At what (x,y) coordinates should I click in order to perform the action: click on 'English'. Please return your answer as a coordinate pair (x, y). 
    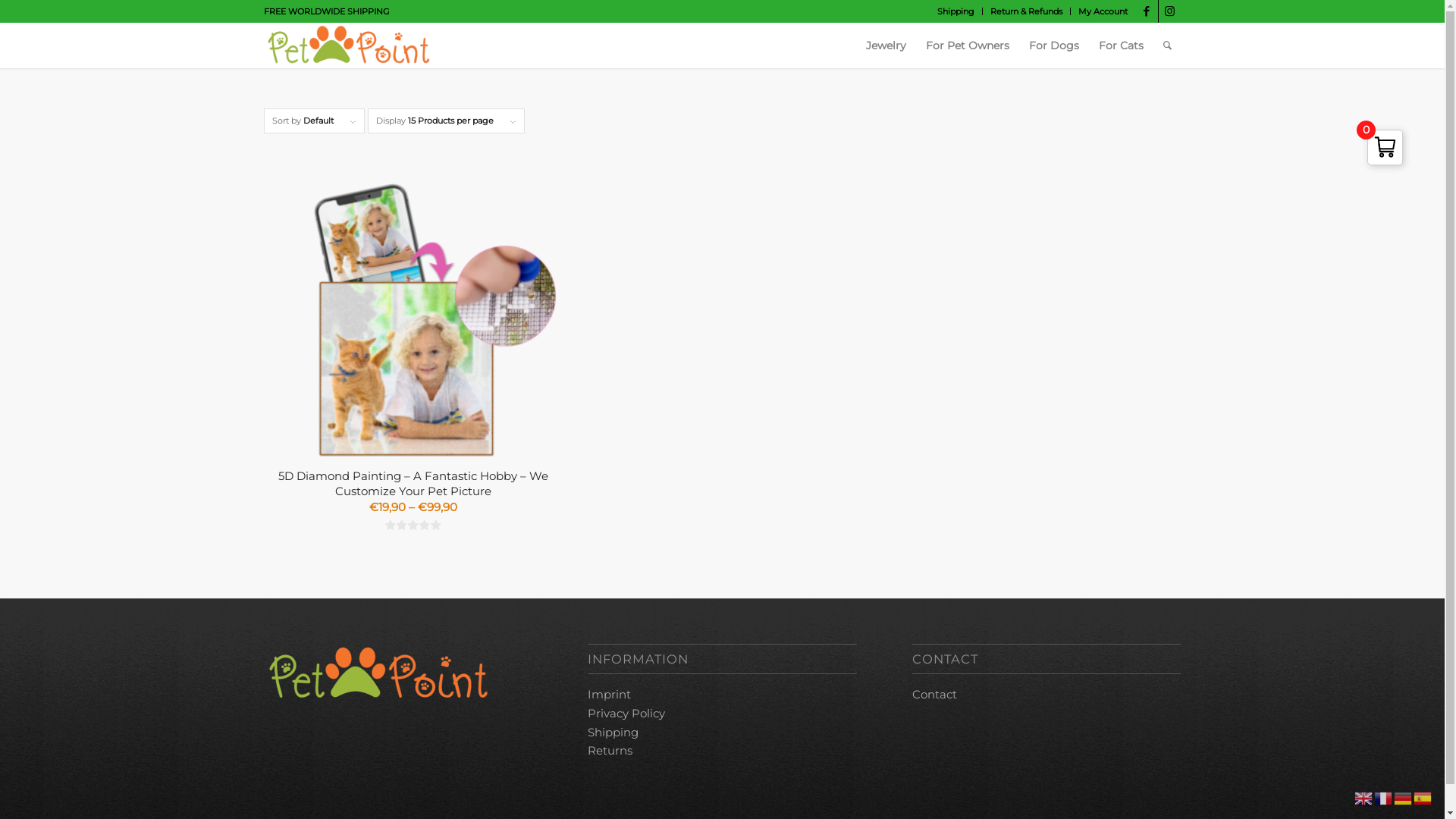
    Looking at the image, I should click on (1364, 796).